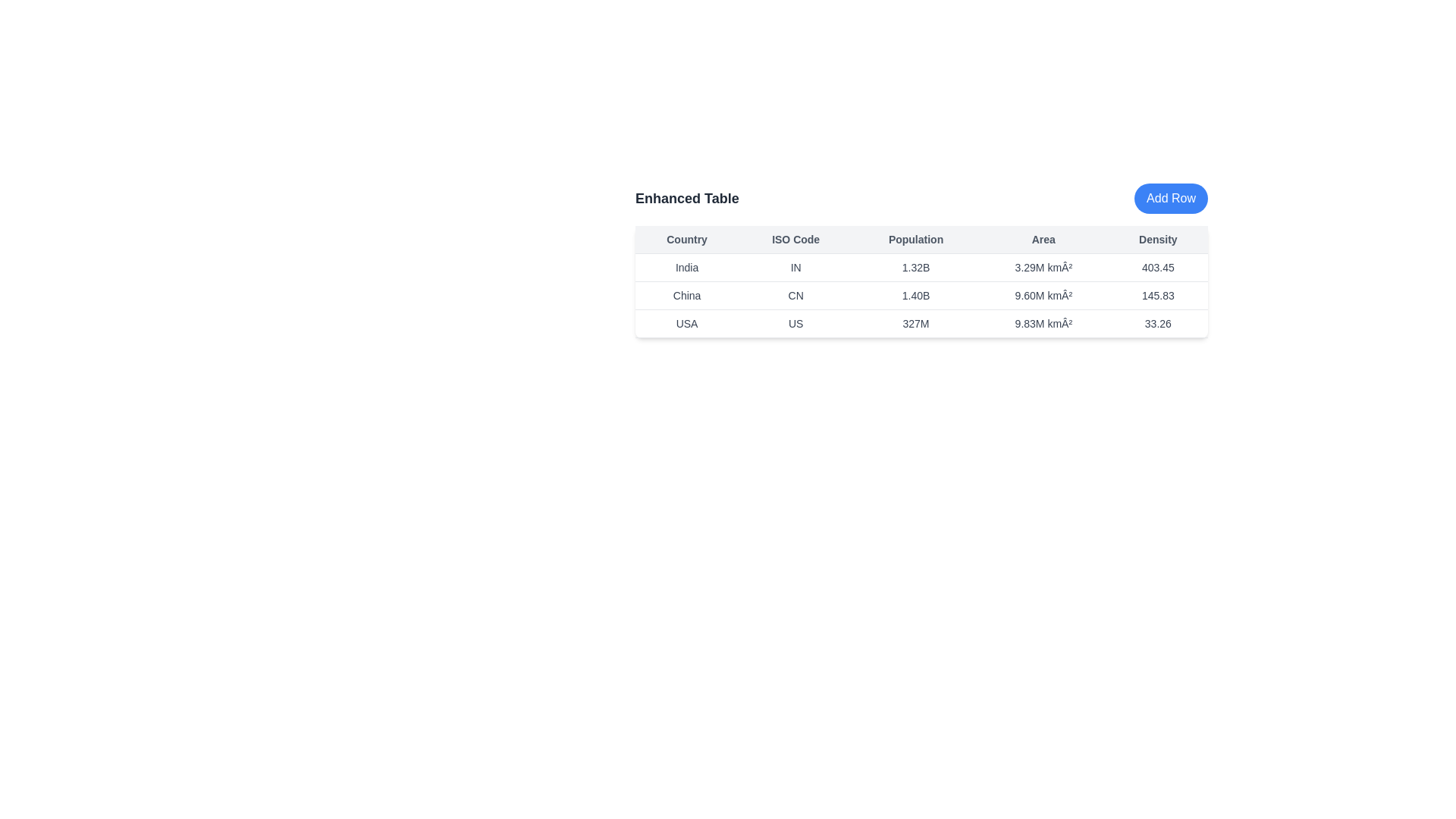 The image size is (1456, 819). I want to click on the text label displaying 'IN' in a small gray font, which is located in the first row of the table under the 'ISO Code' header, positioned between 'India' and '1.32B', so click(795, 267).